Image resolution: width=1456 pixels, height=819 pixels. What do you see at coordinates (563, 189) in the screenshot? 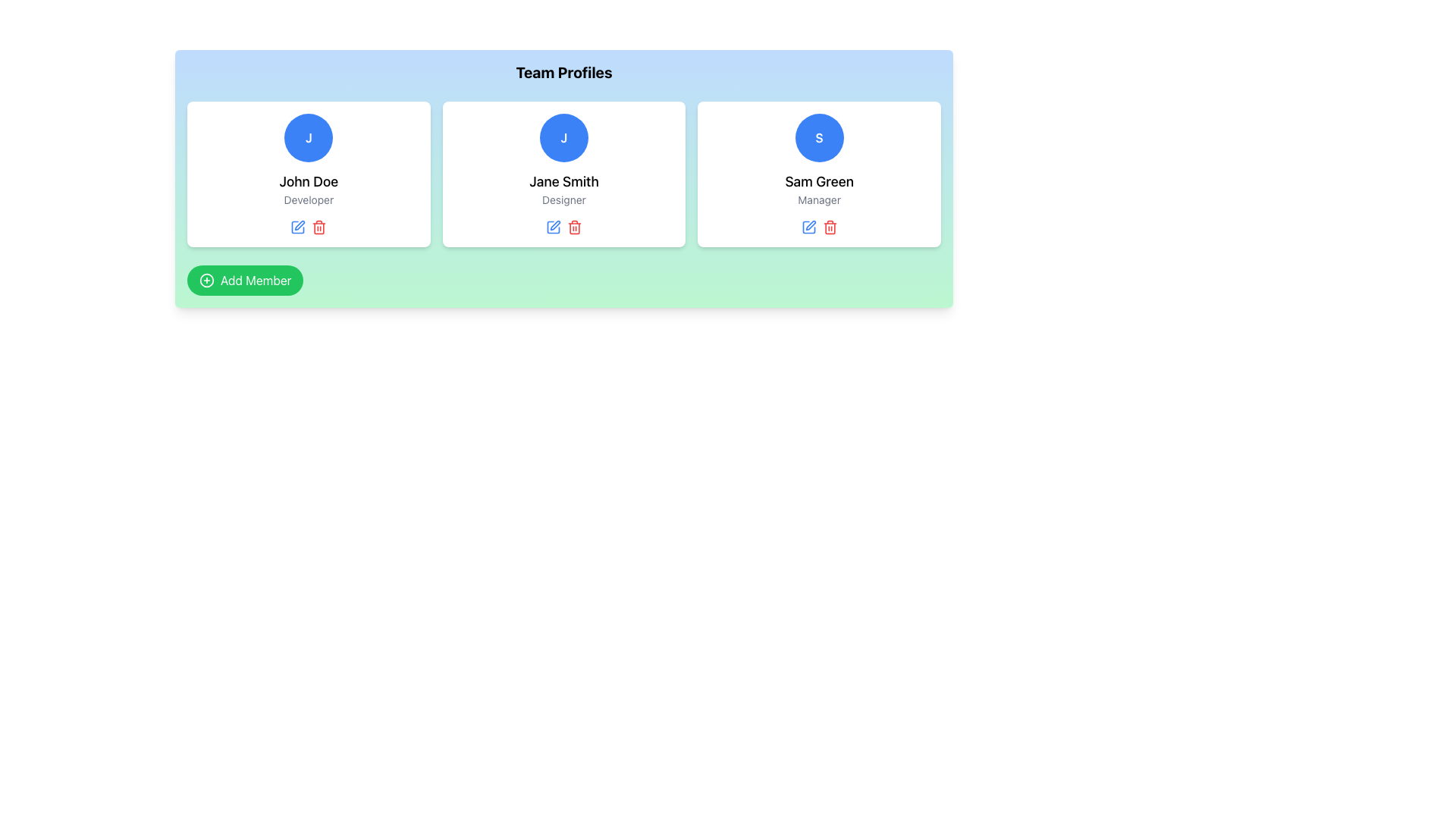
I see `the text display featuring 'Jane Smith' and 'Designer' in the Team Profiles section to read the details` at bounding box center [563, 189].